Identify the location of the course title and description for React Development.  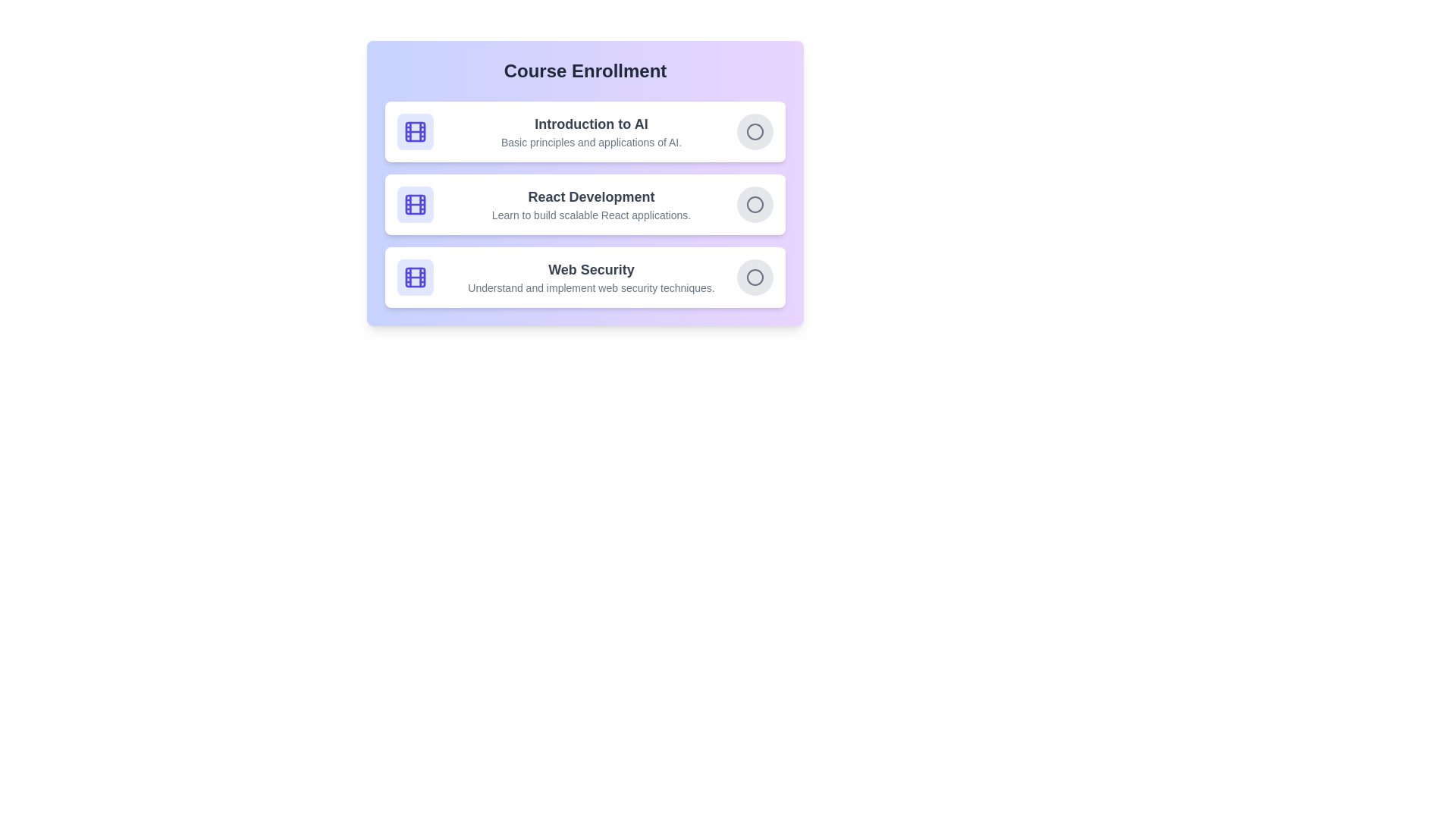
(590, 196).